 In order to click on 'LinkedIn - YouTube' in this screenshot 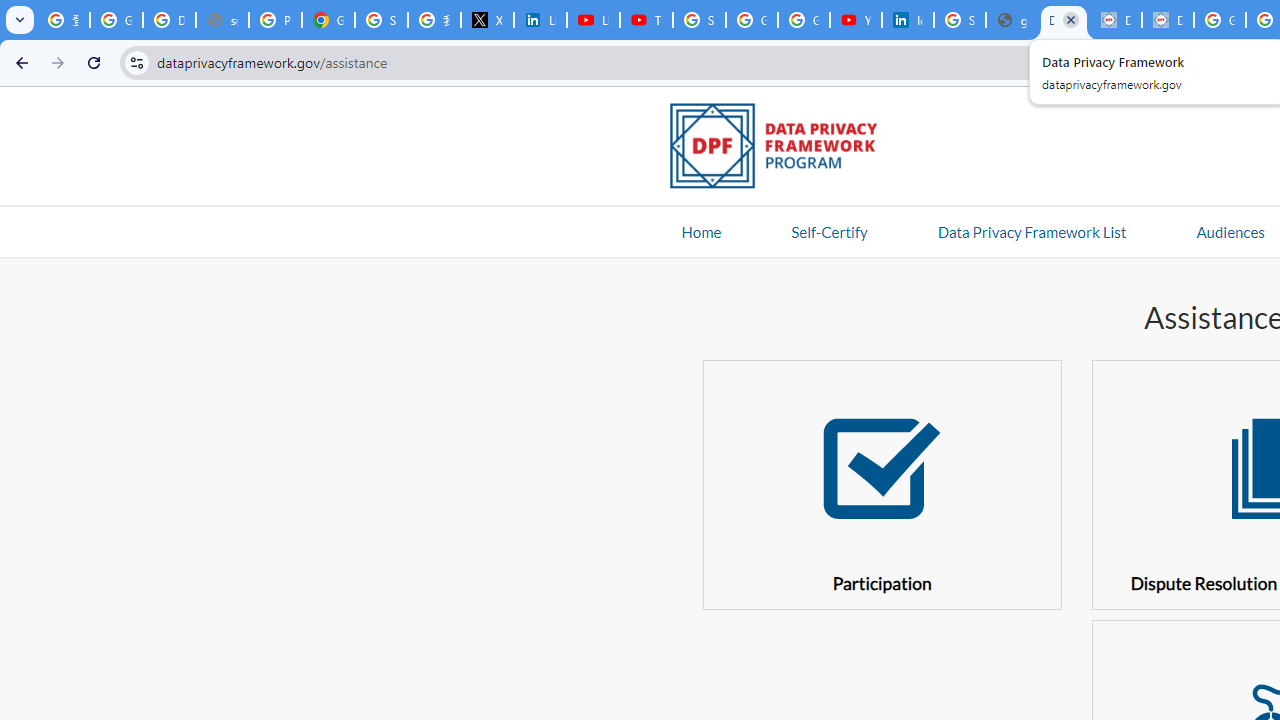, I will do `click(592, 20)`.